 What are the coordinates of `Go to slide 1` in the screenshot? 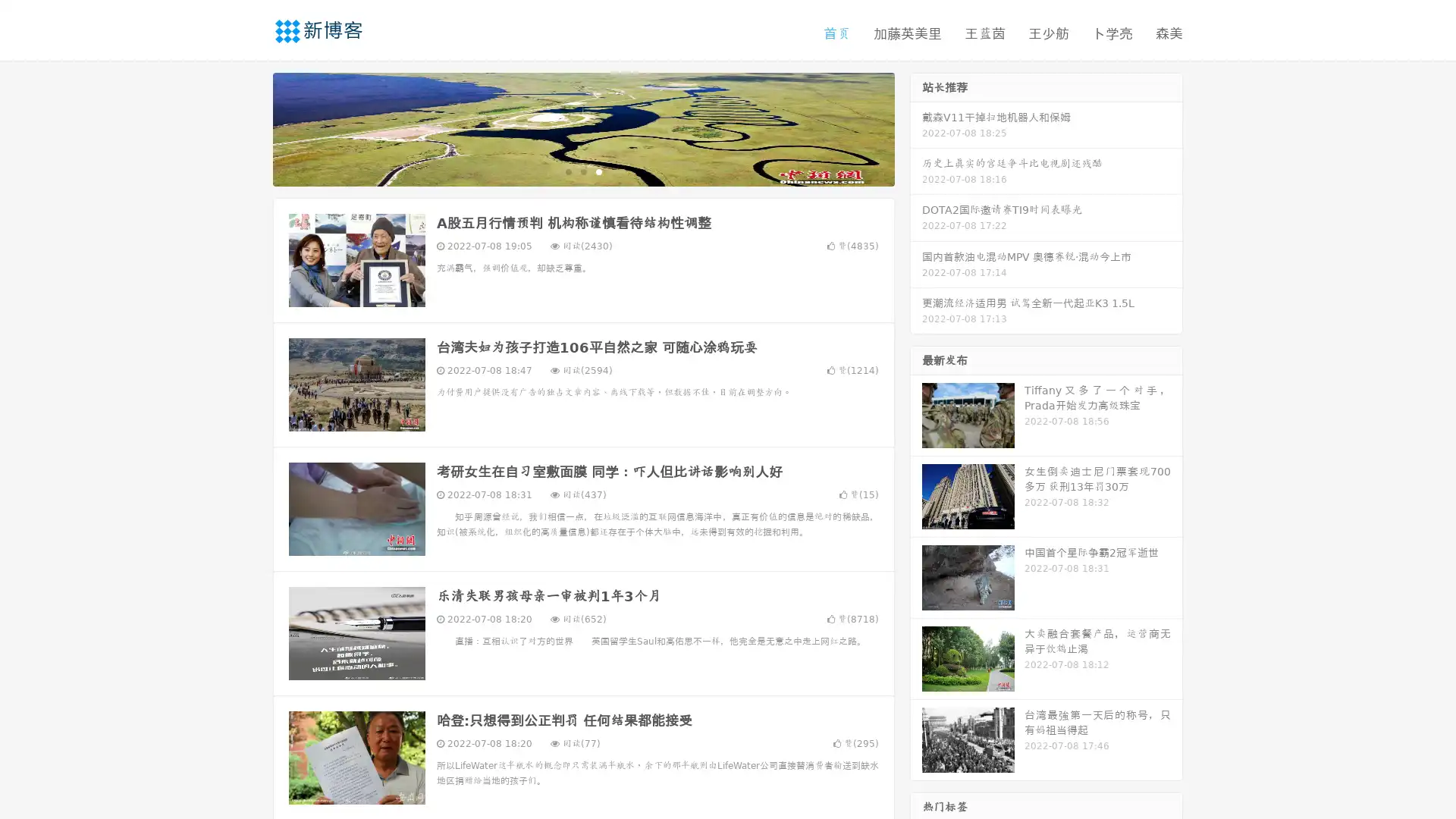 It's located at (567, 171).